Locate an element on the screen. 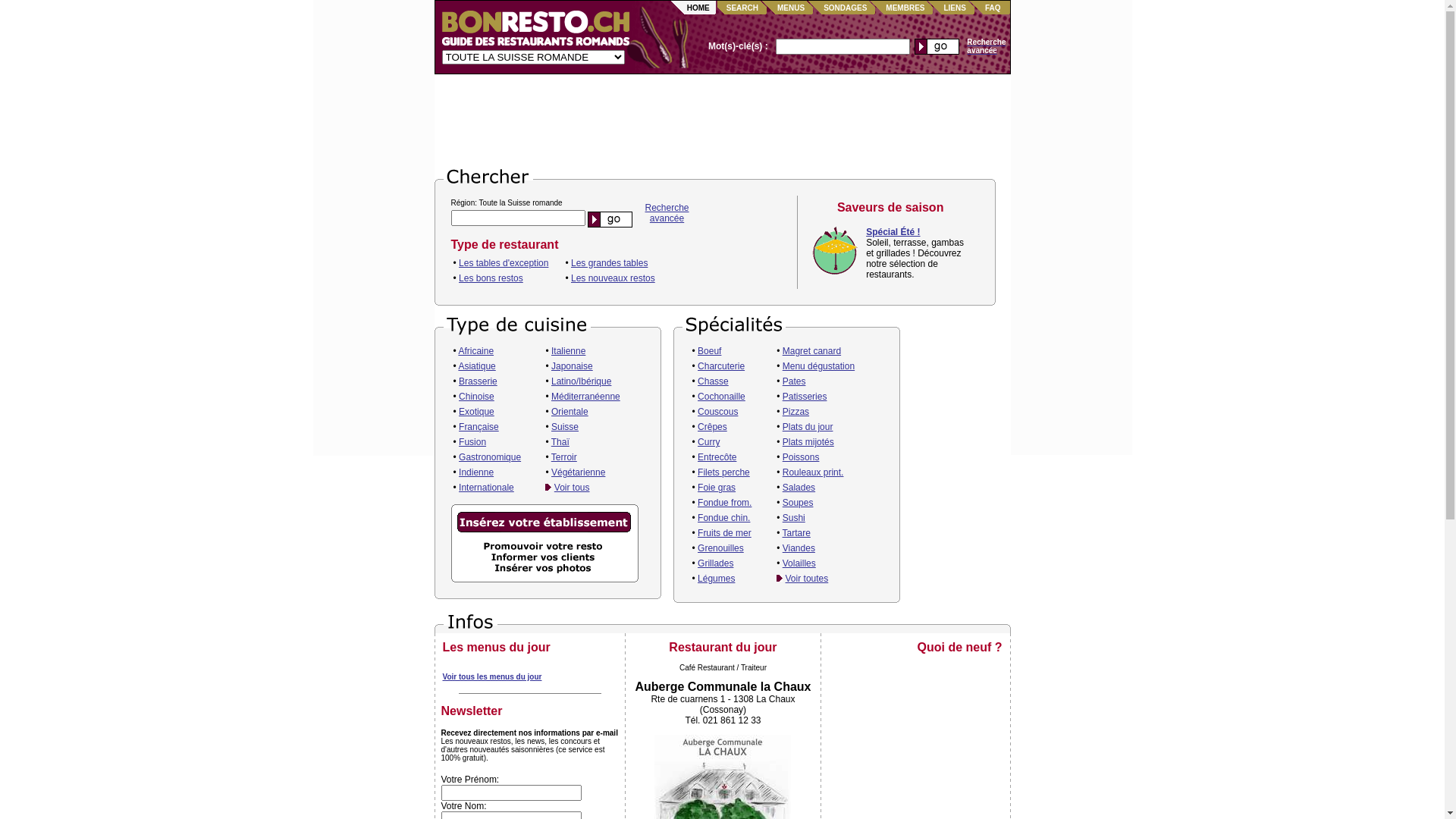 The width and height of the screenshot is (1456, 819). 'Orientale' is located at coordinates (569, 412).